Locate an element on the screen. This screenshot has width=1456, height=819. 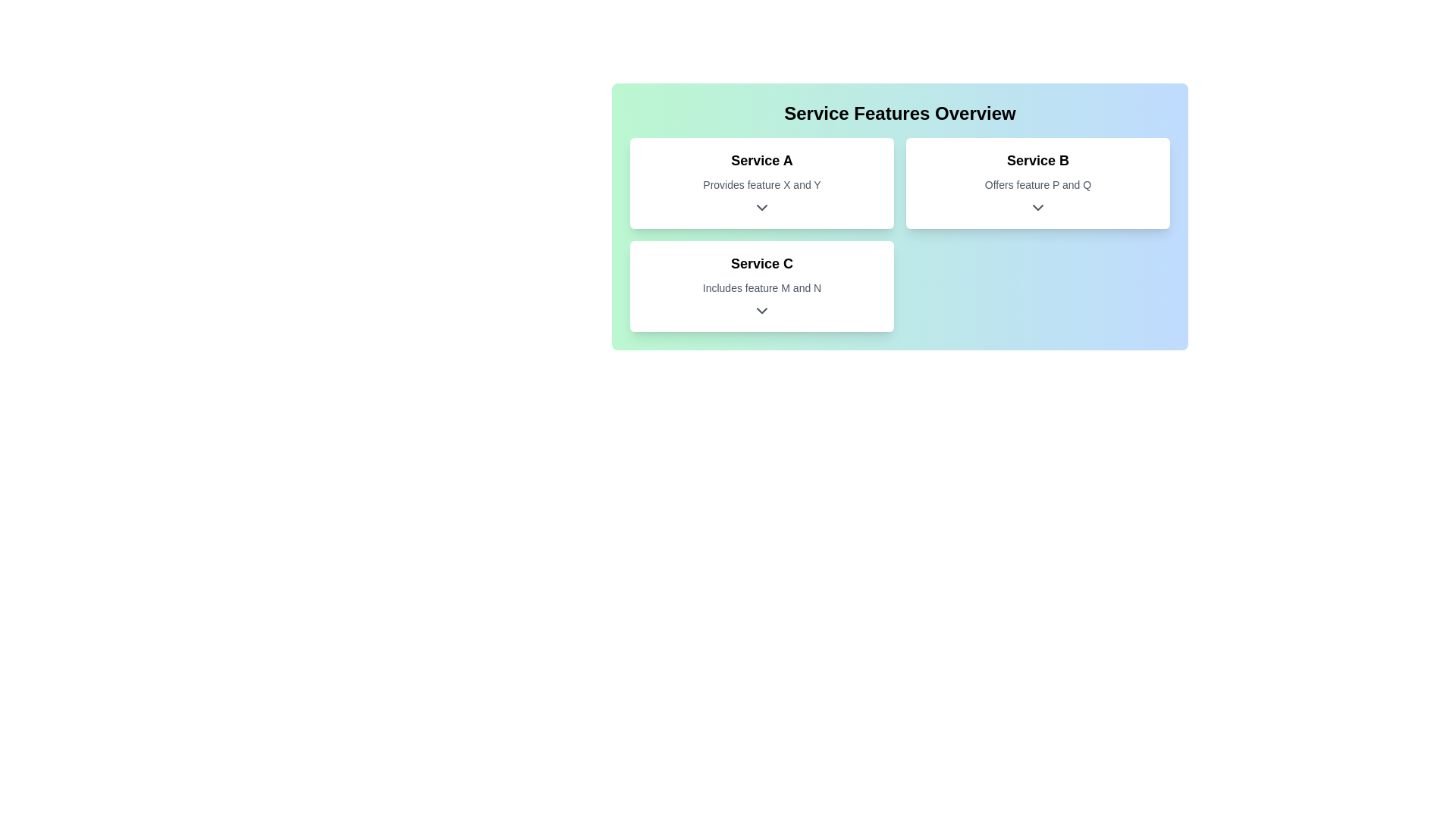
the downward-facing chevron icon button for details toggle located within the 'Service C' section, which is styled in dark gray and positioned below the text 'Includes feature M and N' is located at coordinates (761, 309).